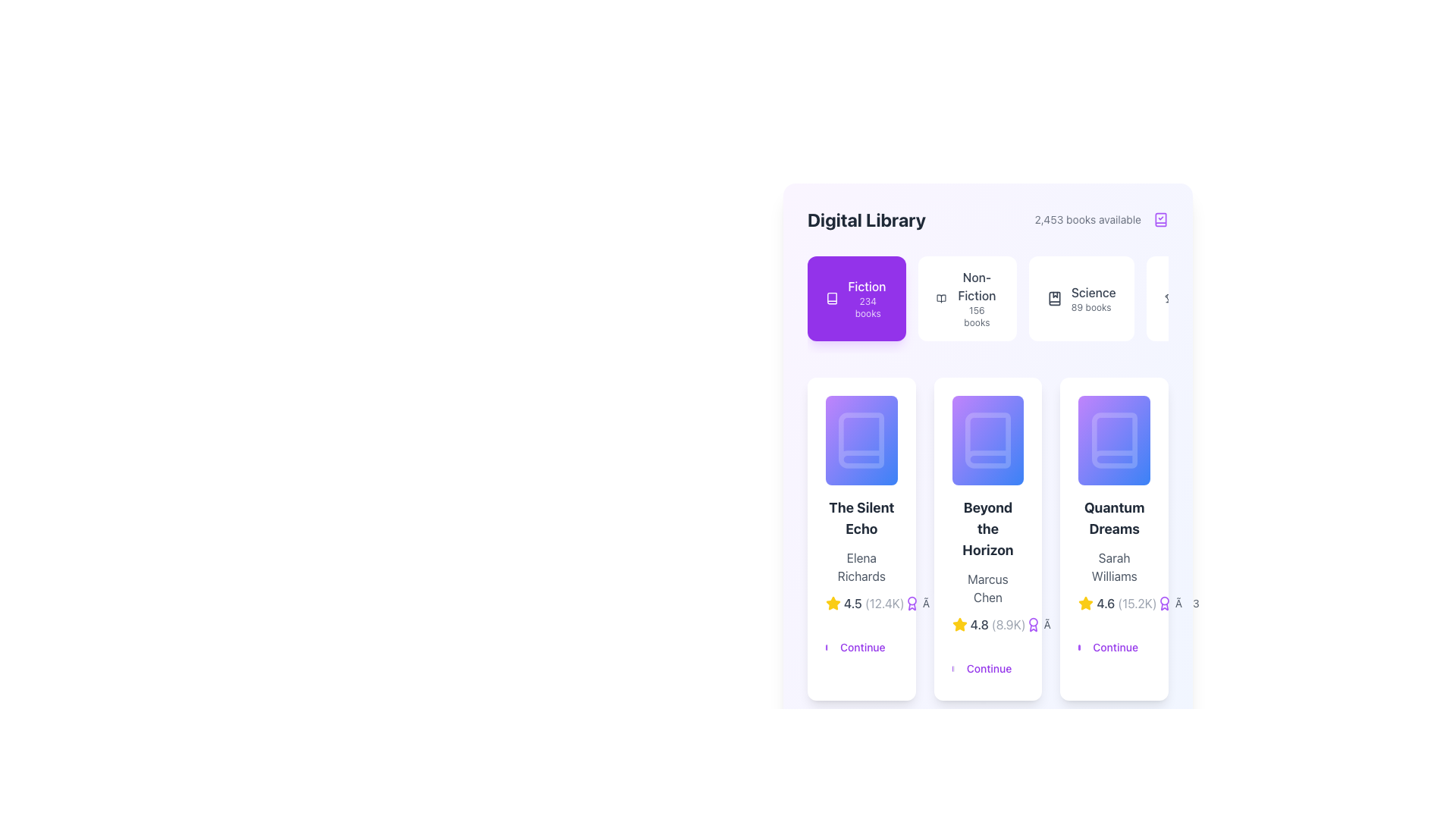 Image resolution: width=1456 pixels, height=819 pixels. Describe the element at coordinates (1137, 603) in the screenshot. I see `the static text element displaying '(15.2K)', which is part of the rating or review count display under the book titled 'Quantum Dreams'` at that location.